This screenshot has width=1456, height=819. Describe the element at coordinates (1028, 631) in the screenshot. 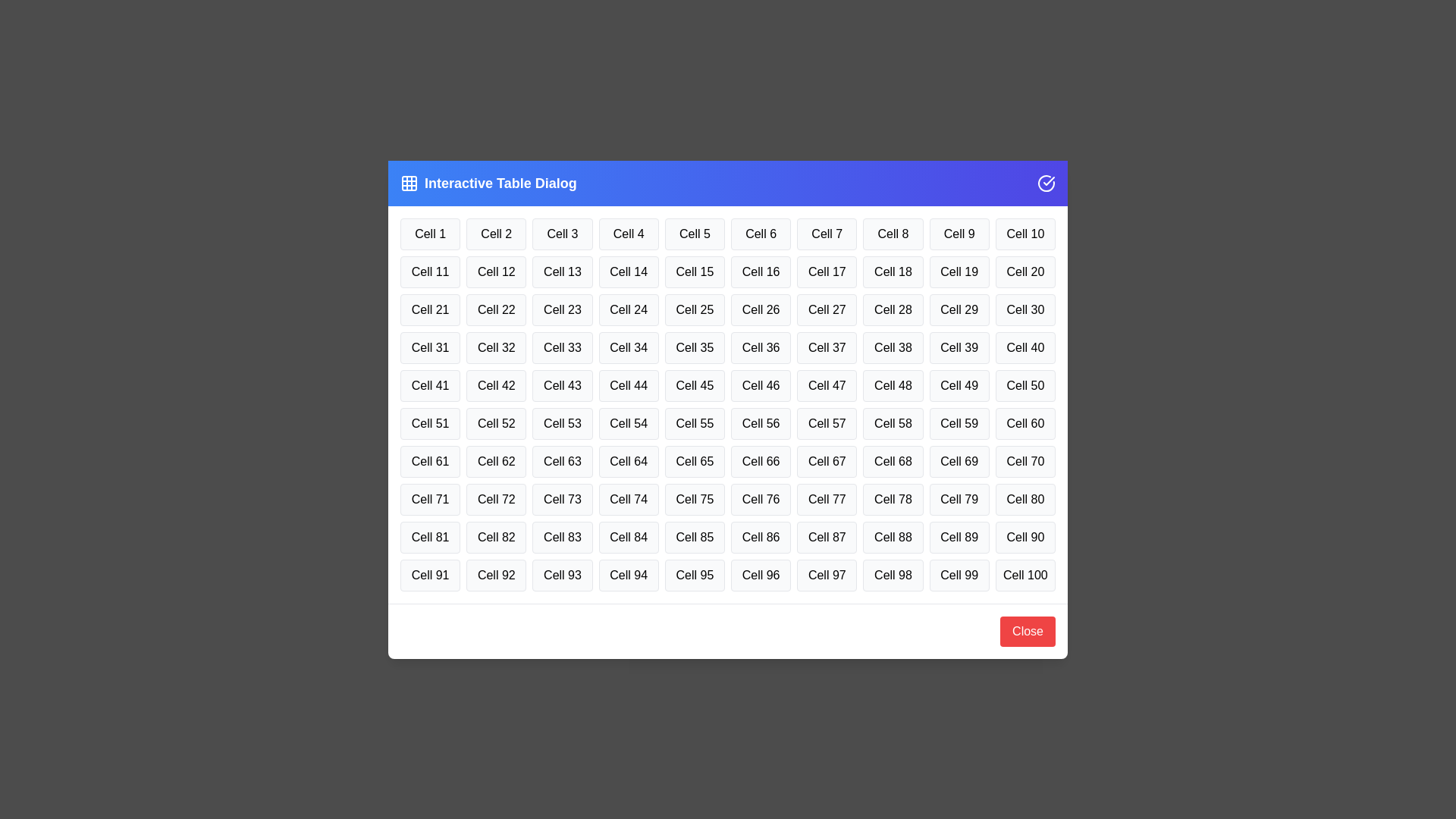

I see `the close button in the footer to close the dialog` at that location.